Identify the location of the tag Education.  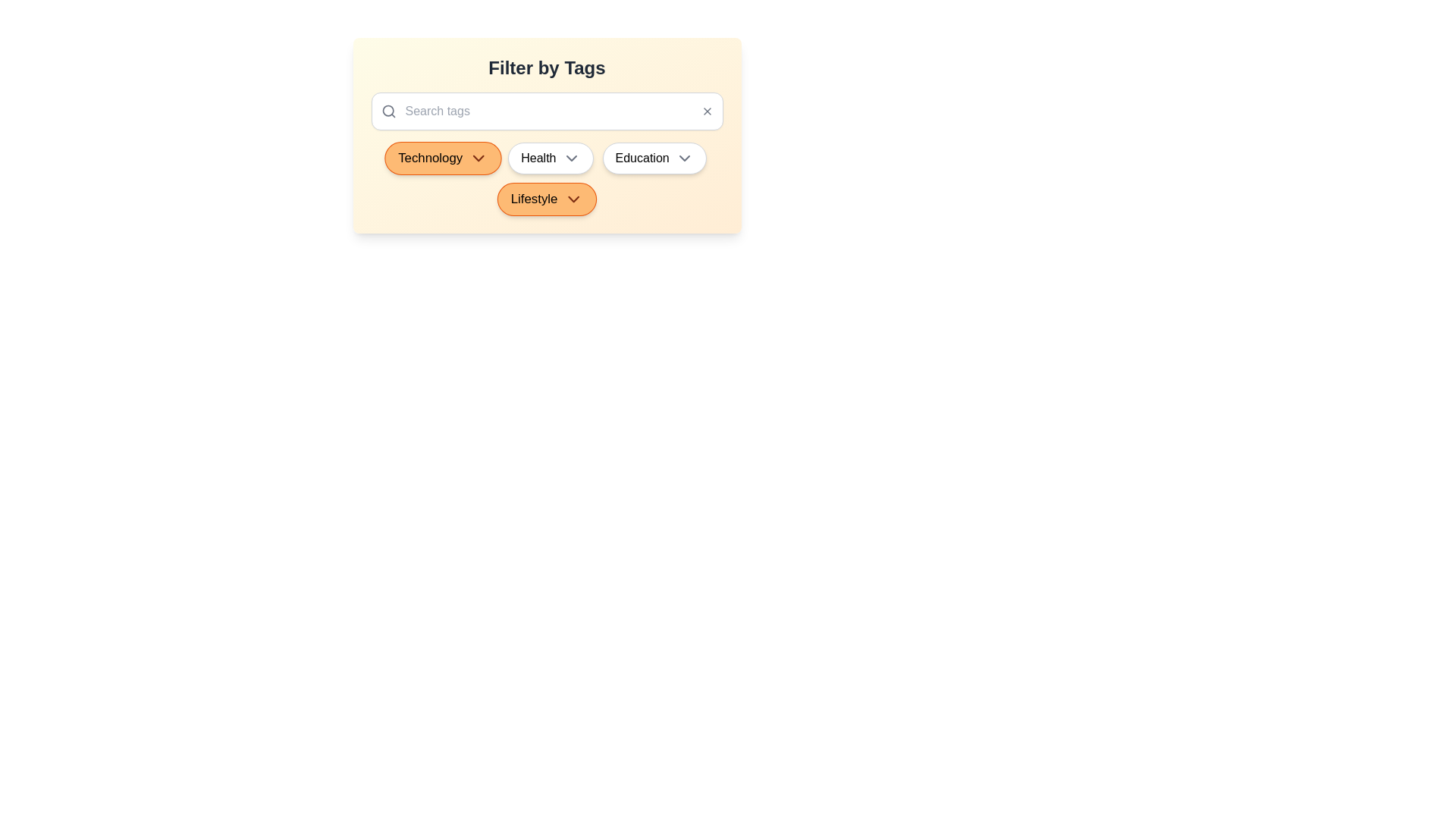
(654, 158).